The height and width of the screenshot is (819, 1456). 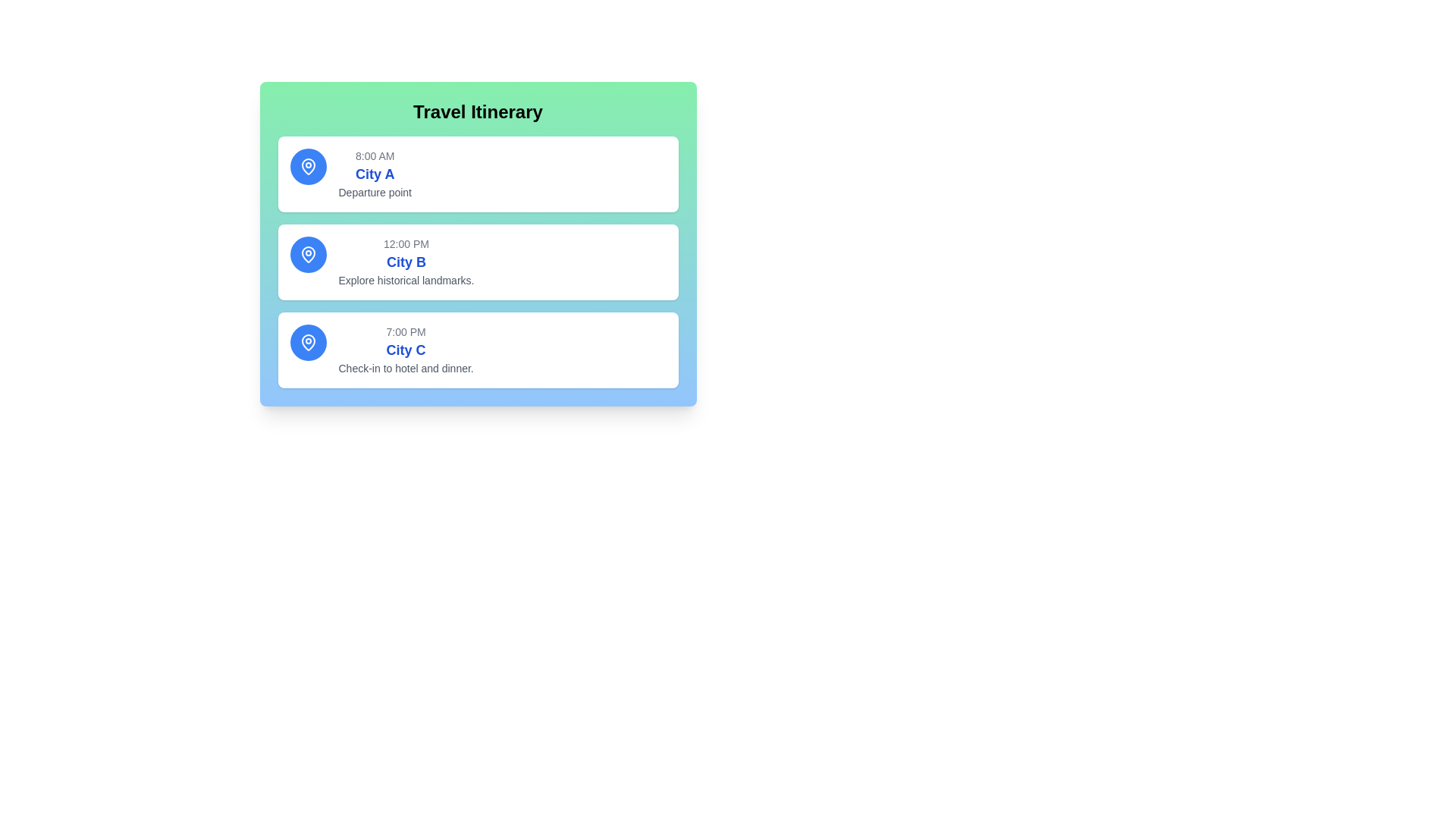 I want to click on the blue map pin icon with a white circular center located in the first itinerary card associated with 'City A', so click(x=307, y=342).